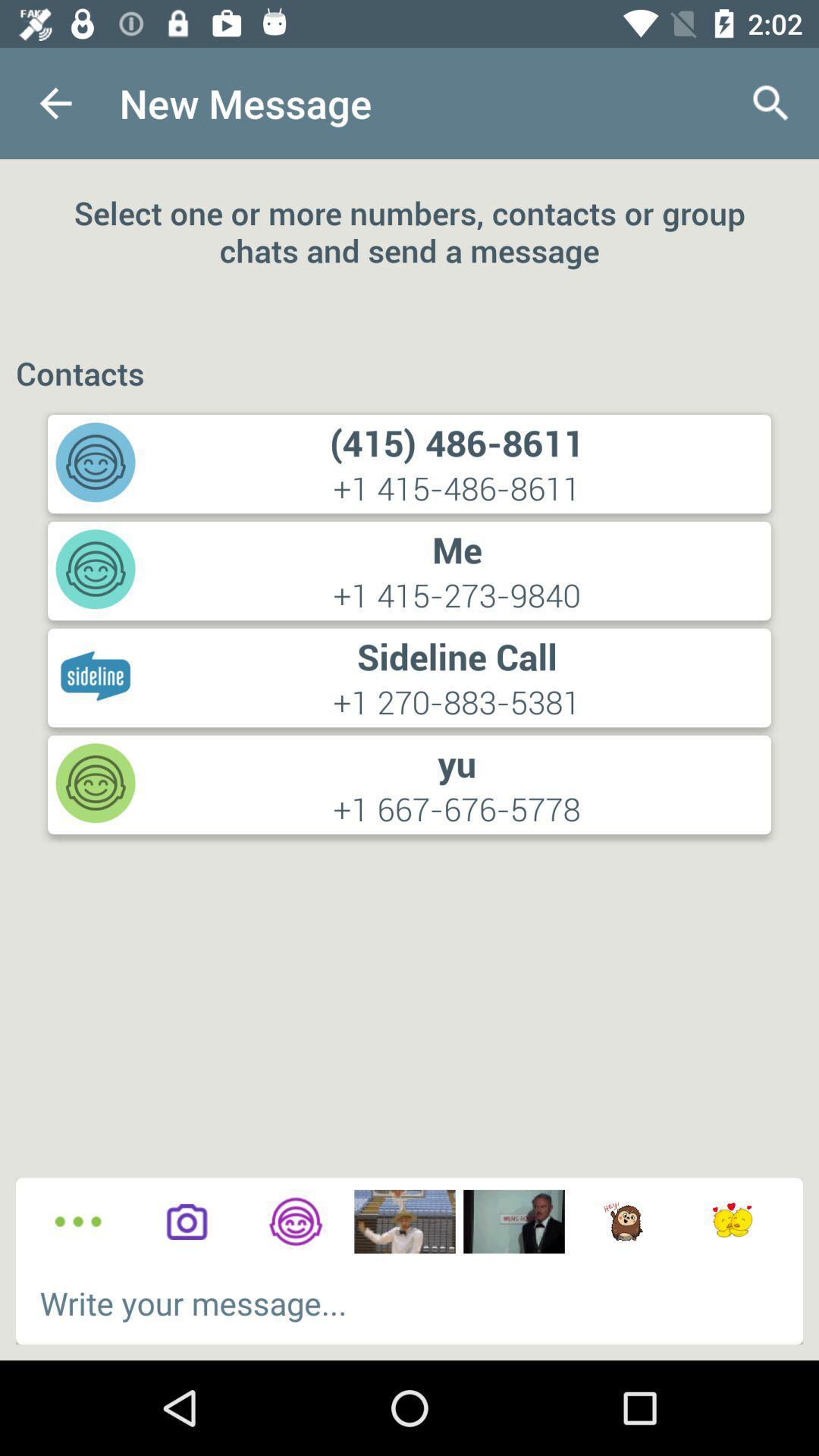 This screenshot has height=1456, width=819. What do you see at coordinates (186, 1222) in the screenshot?
I see `camera` at bounding box center [186, 1222].